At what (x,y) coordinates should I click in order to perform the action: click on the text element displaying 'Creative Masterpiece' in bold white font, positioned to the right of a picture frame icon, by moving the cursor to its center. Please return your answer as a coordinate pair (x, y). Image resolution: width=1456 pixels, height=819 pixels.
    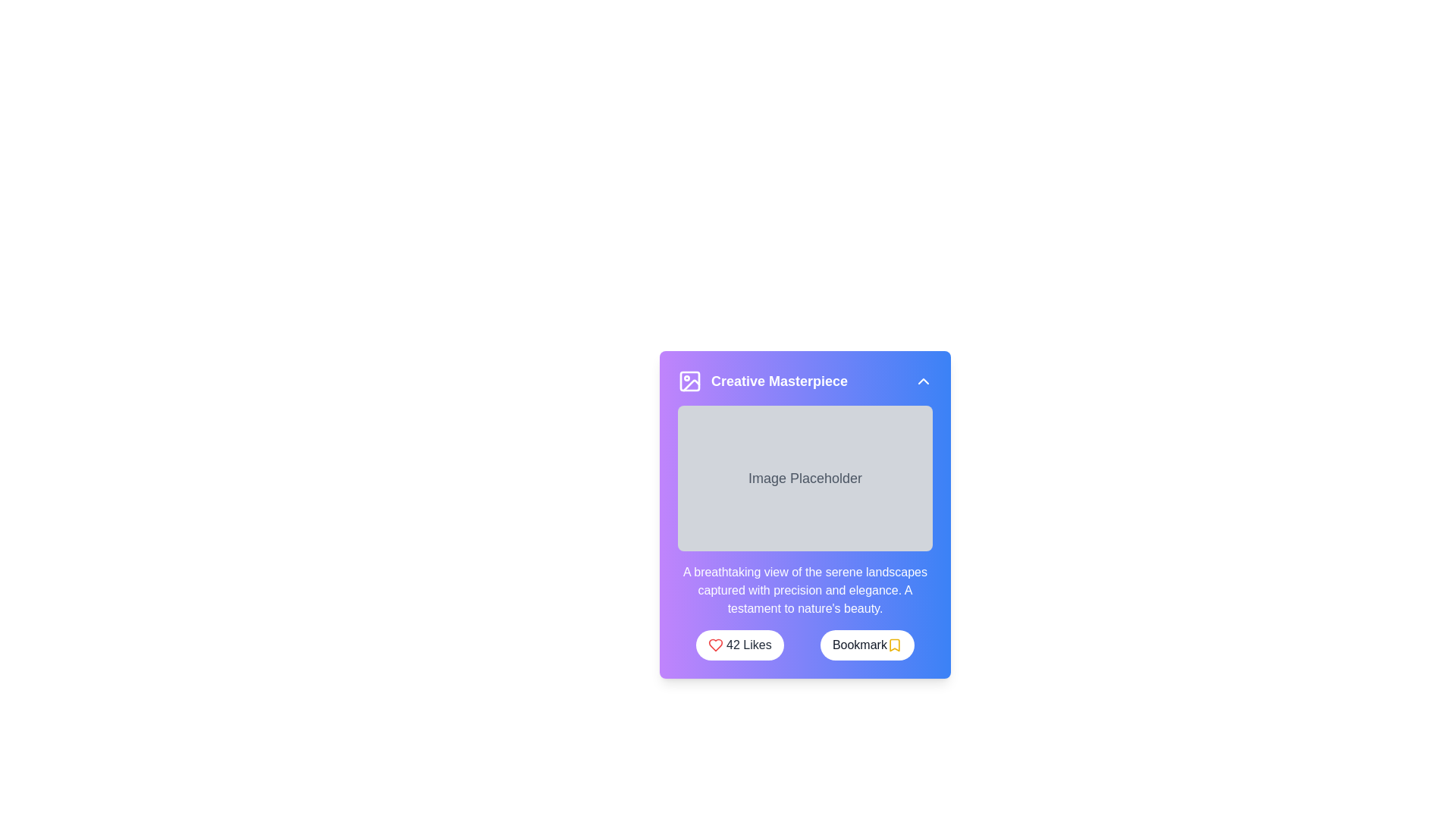
    Looking at the image, I should click on (779, 380).